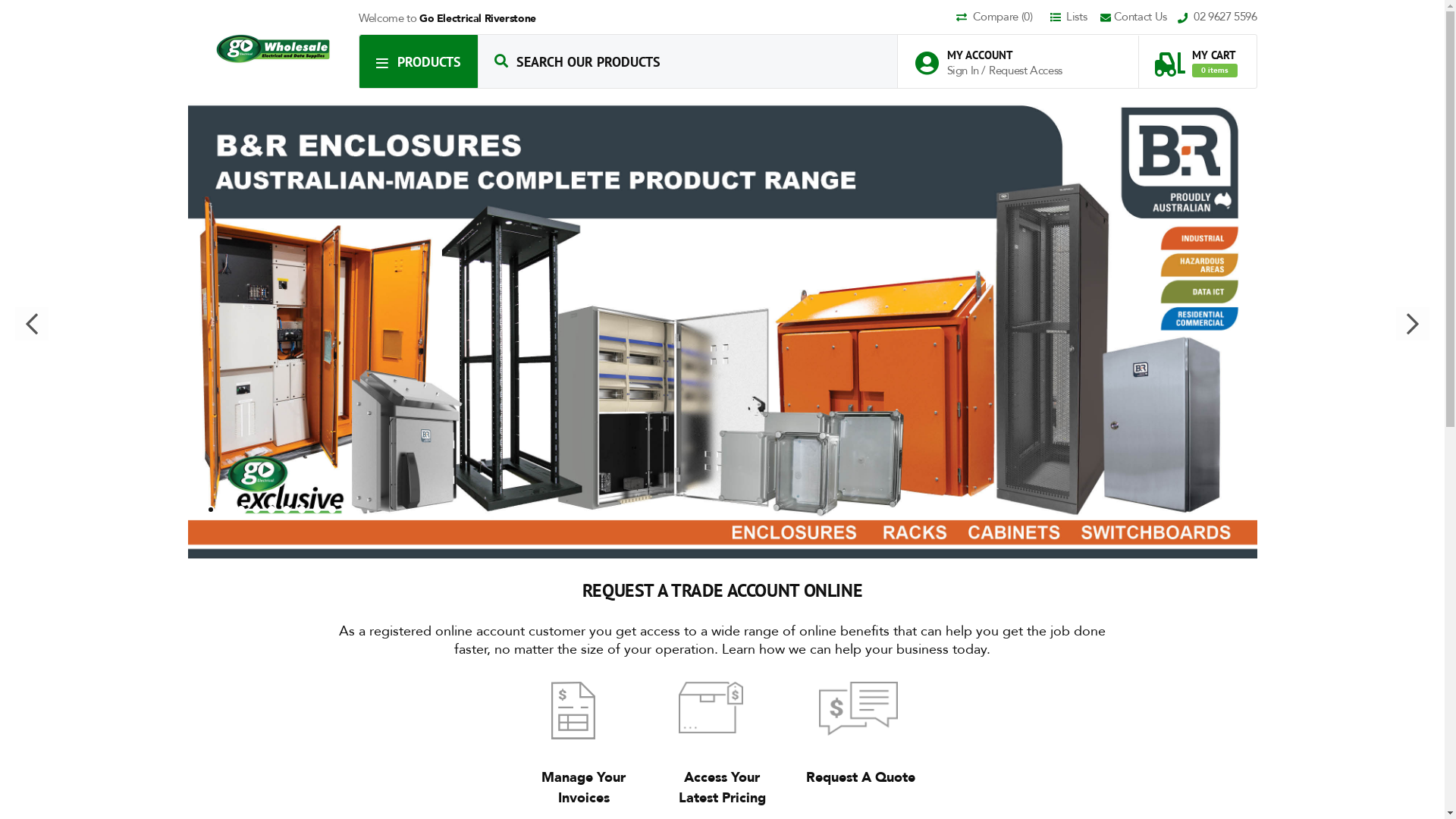 The height and width of the screenshot is (819, 1456). I want to click on '8', so click(301, 509).